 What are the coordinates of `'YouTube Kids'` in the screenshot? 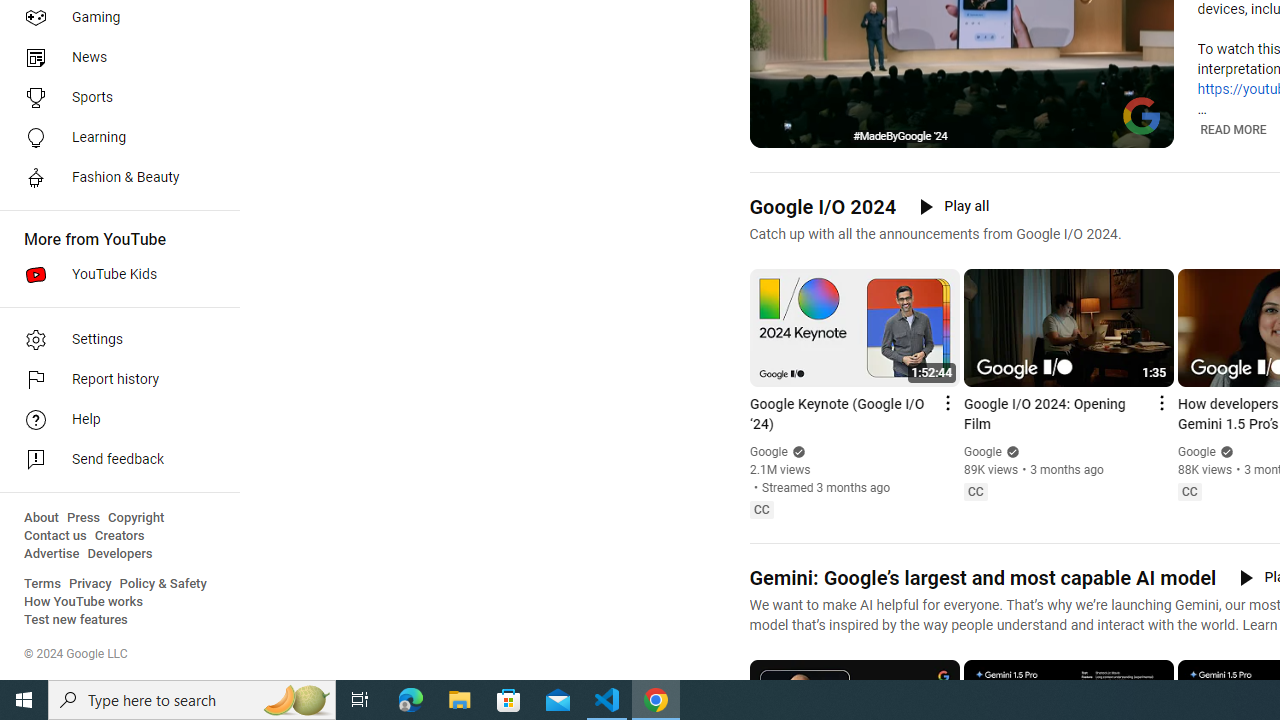 It's located at (112, 275).